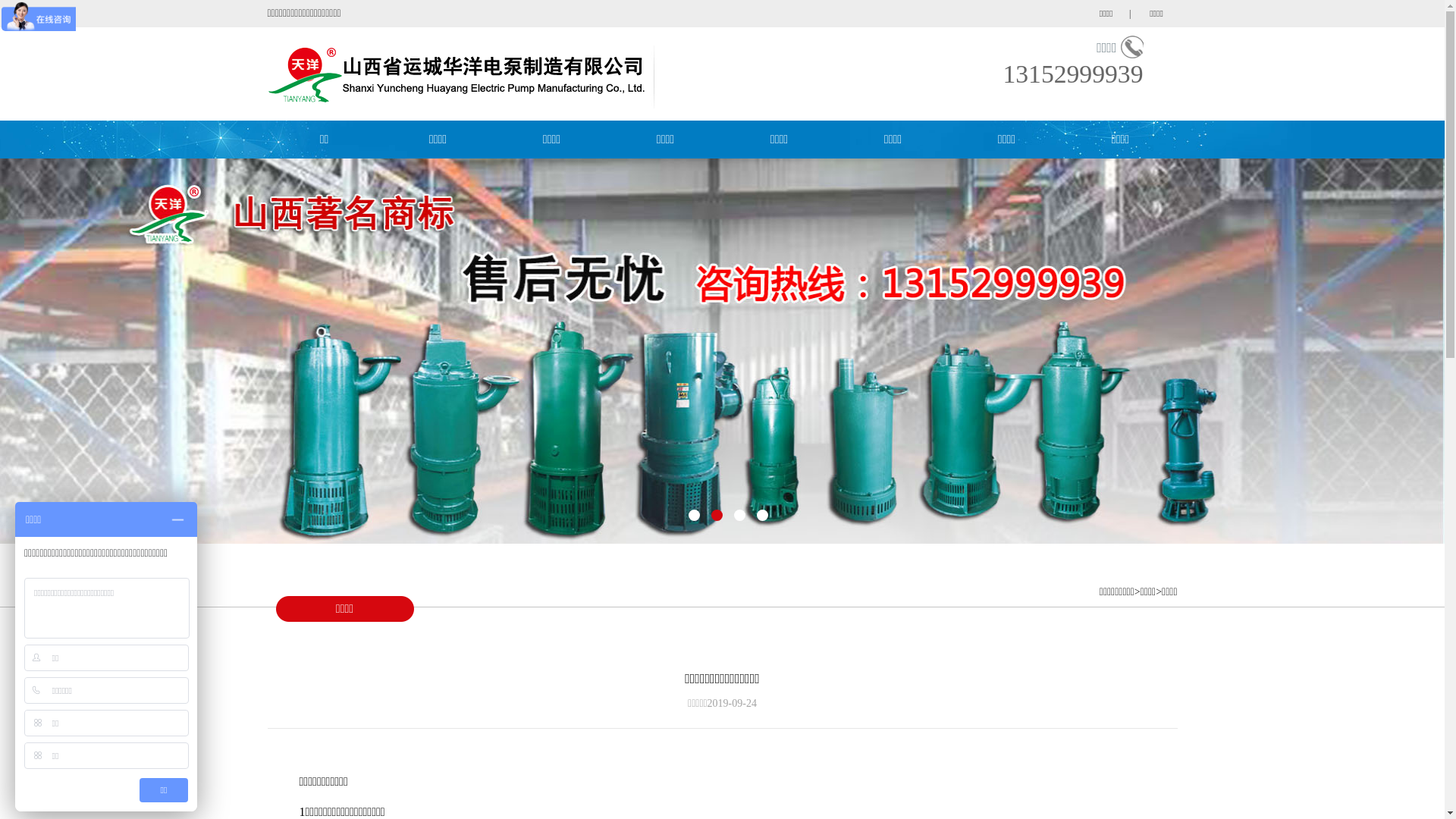 Image resolution: width=1456 pixels, height=819 pixels. I want to click on '1', so click(693, 514).